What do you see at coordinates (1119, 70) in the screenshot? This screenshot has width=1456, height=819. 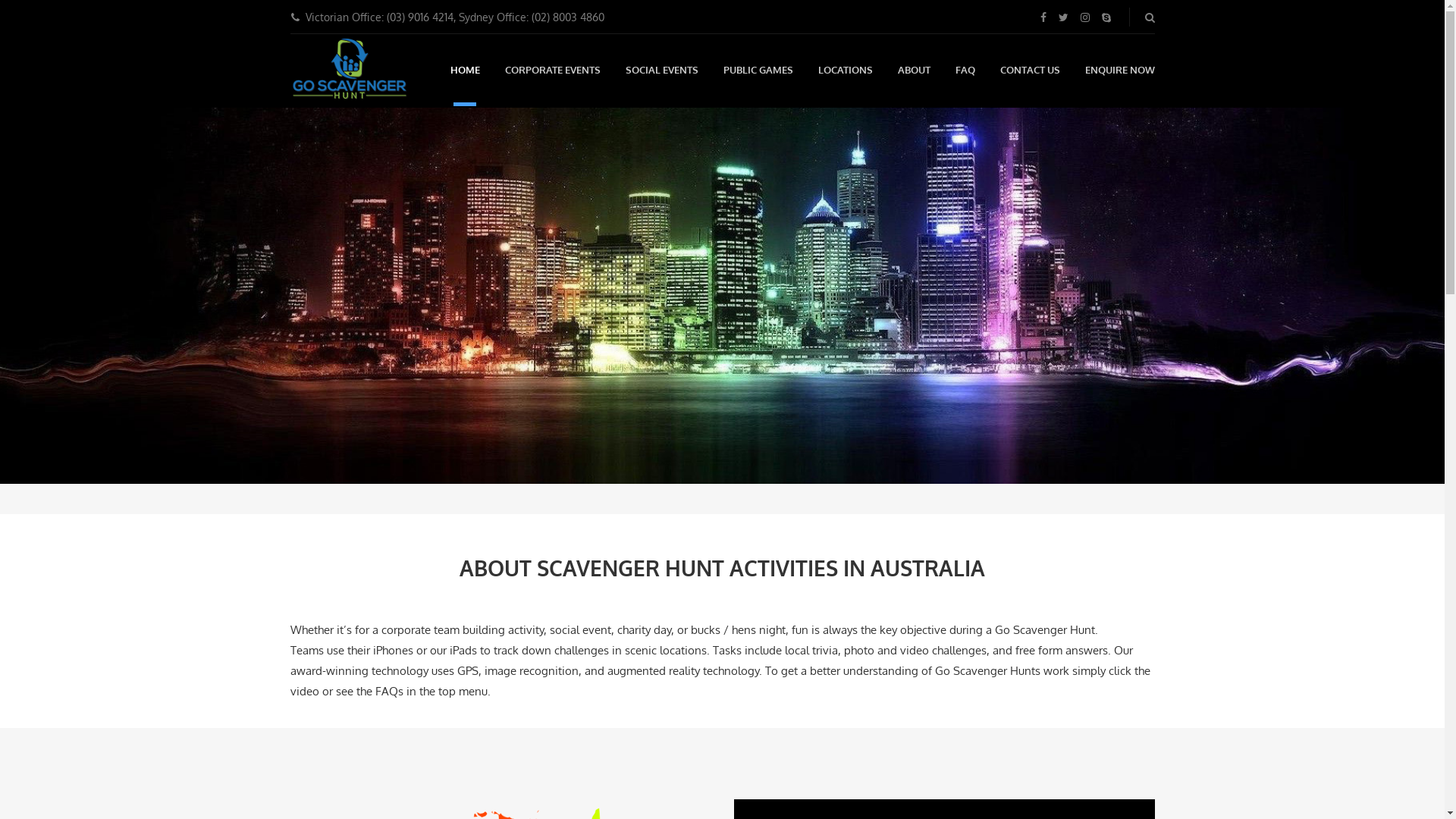 I see `'ENQUIRE NOW'` at bounding box center [1119, 70].